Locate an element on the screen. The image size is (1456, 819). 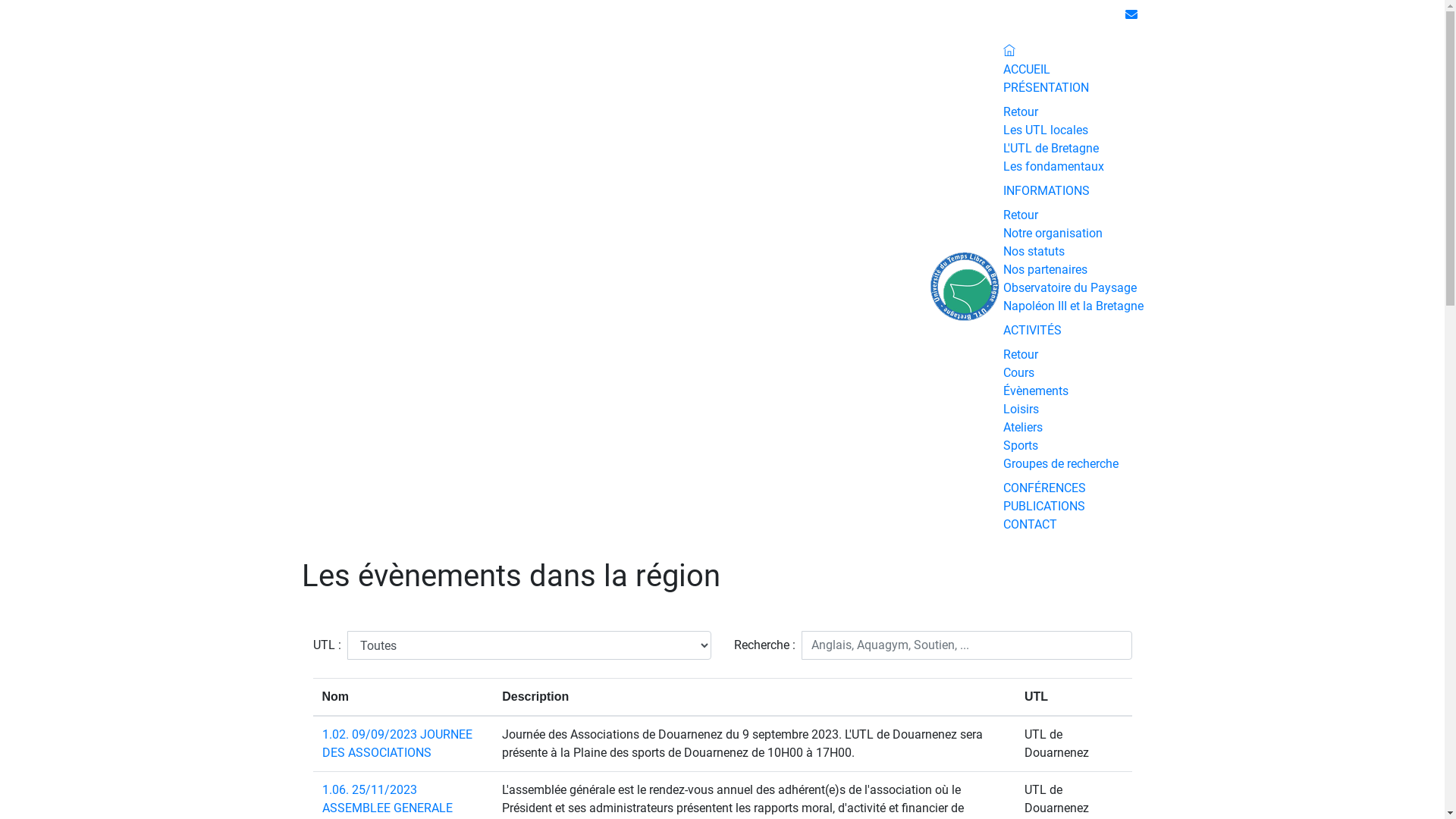
'Nos statuts' is located at coordinates (1002, 250).